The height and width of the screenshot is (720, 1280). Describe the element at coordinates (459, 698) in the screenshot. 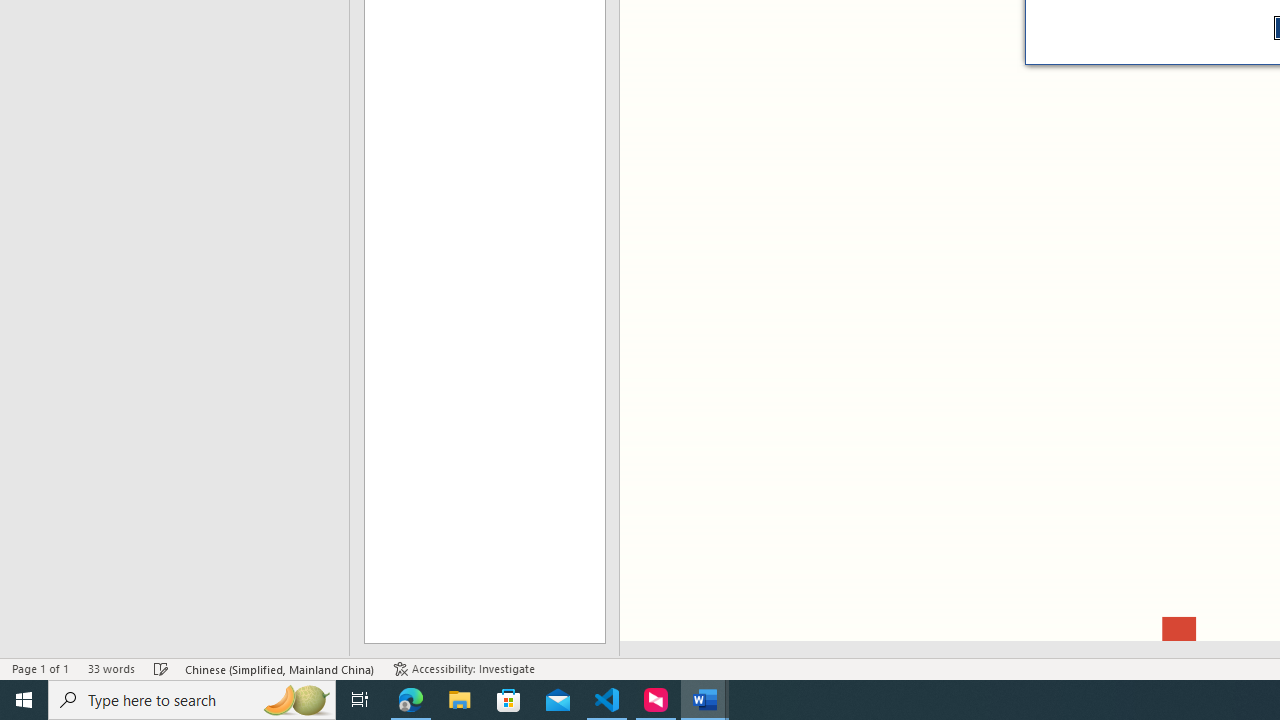

I see `'File Explorer'` at that location.